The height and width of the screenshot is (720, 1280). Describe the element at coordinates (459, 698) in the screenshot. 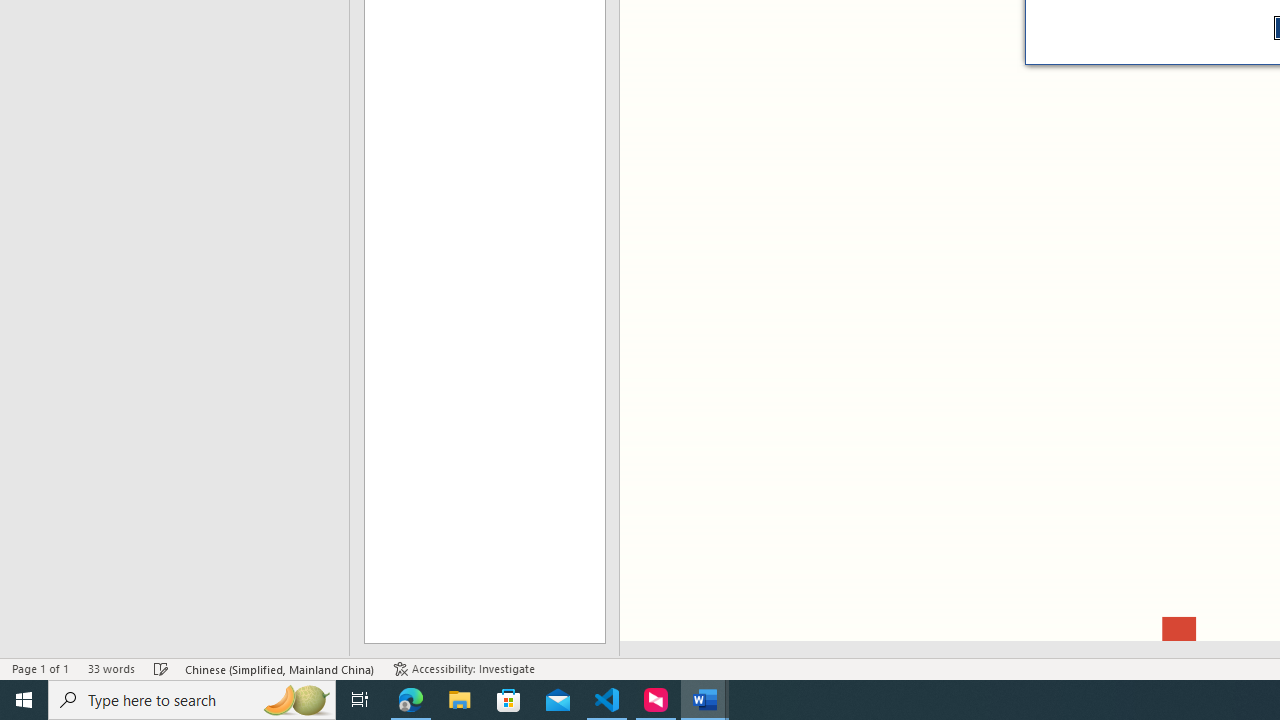

I see `'File Explorer'` at that location.